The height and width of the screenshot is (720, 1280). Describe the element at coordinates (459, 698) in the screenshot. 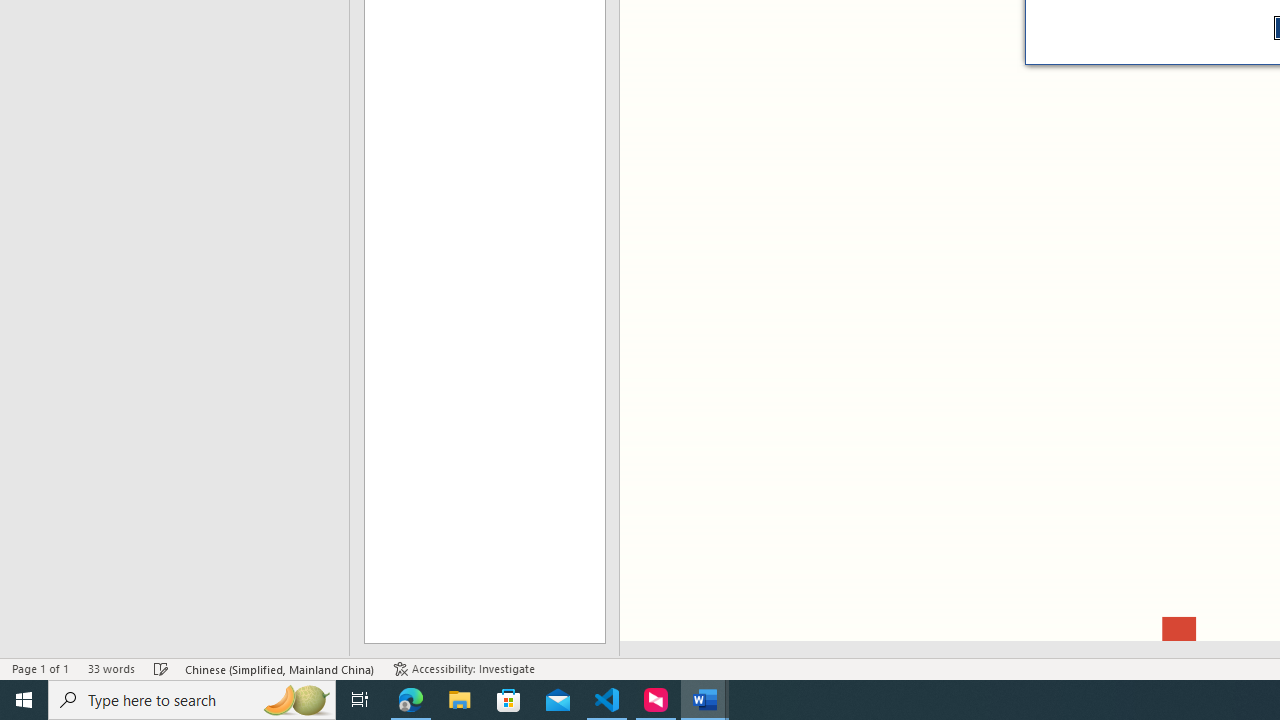

I see `'File Explorer'` at that location.